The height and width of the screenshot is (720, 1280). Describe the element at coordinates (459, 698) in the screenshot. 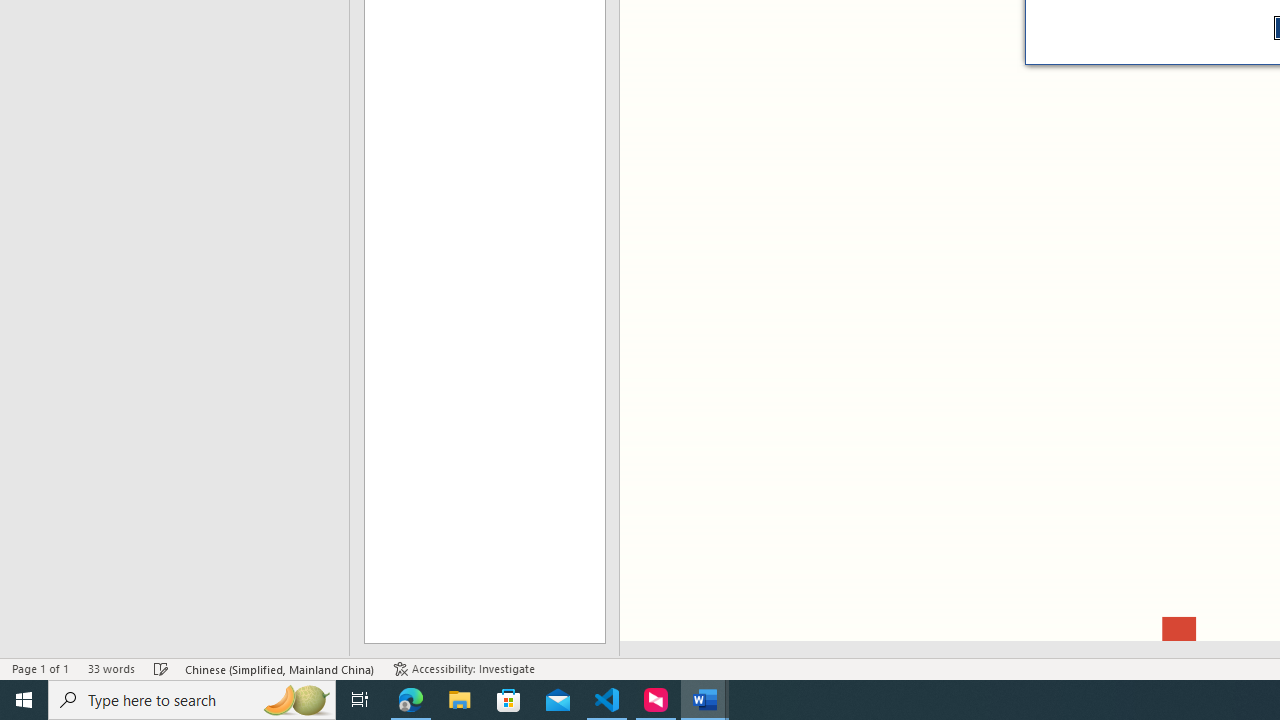

I see `'File Explorer'` at that location.